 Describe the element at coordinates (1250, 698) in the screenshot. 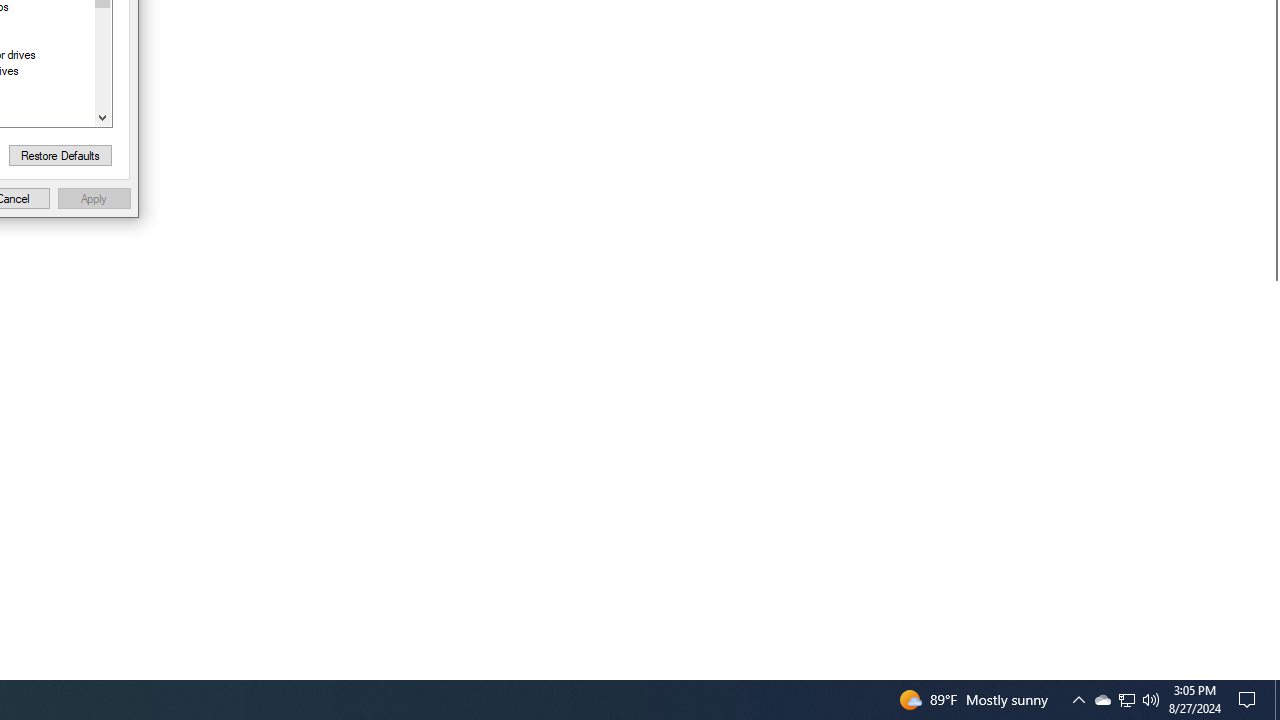

I see `'Show desktop'` at that location.